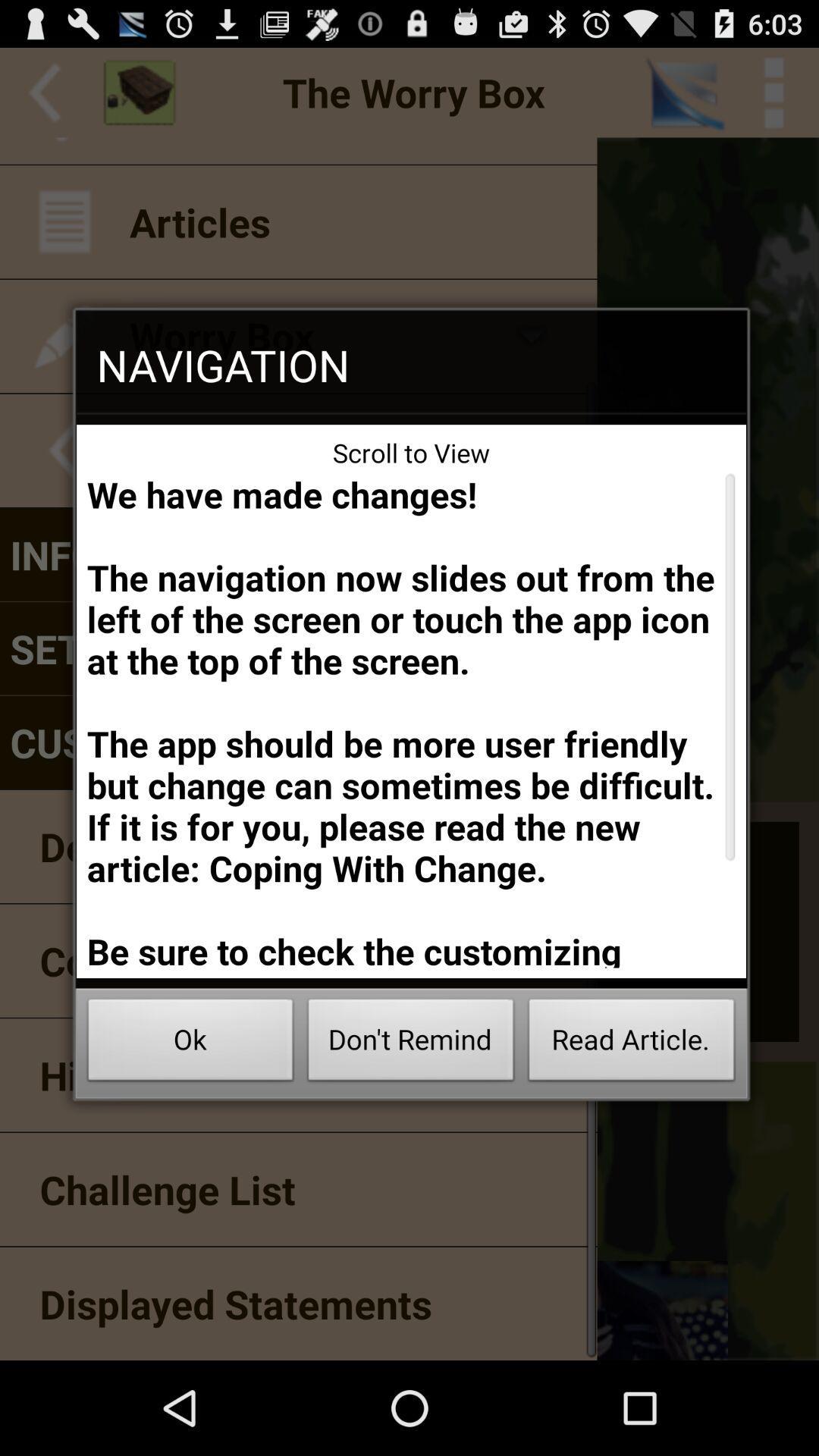  What do you see at coordinates (411, 1043) in the screenshot?
I see `the icon below the we have made app` at bounding box center [411, 1043].